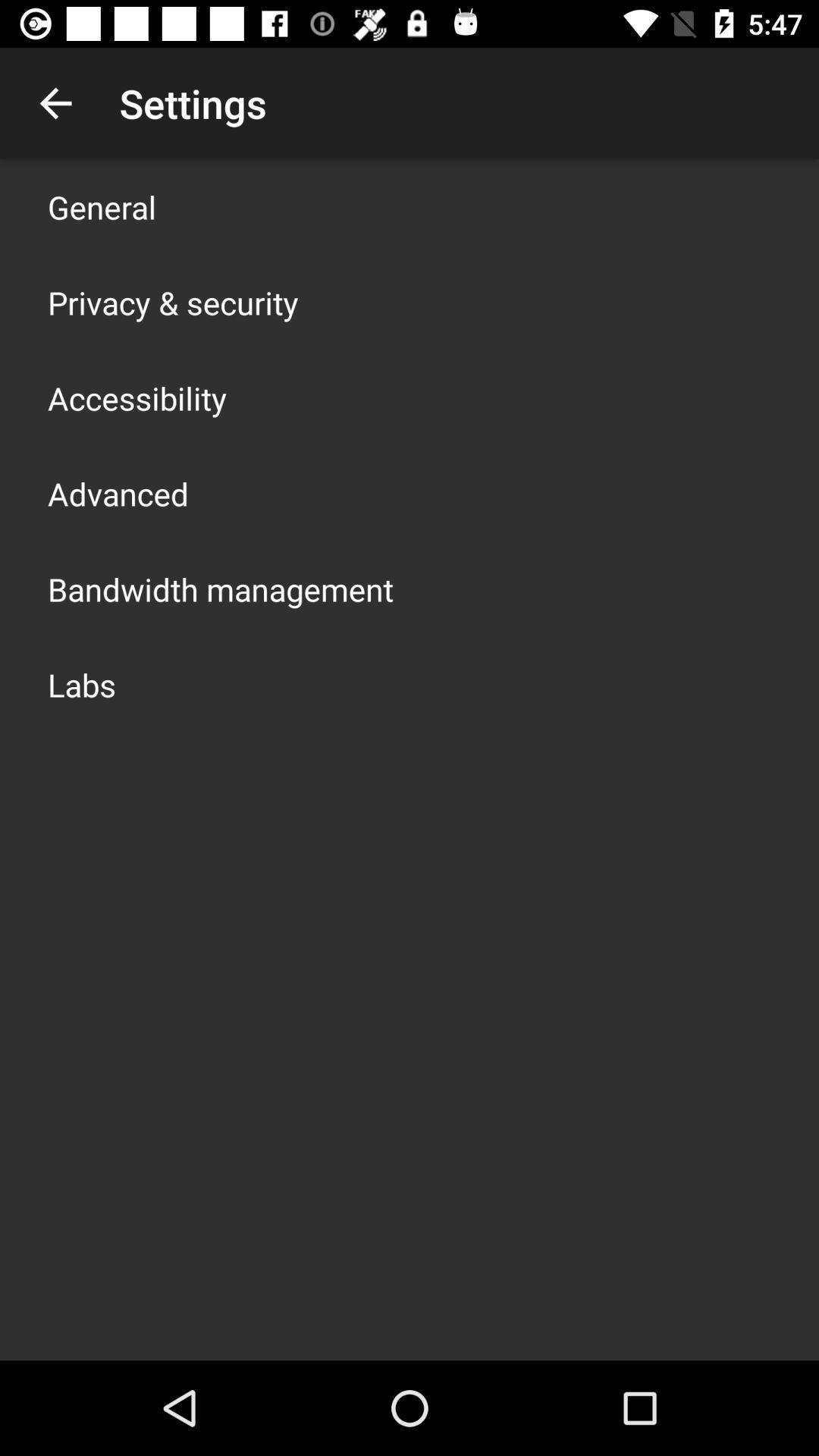 The width and height of the screenshot is (819, 1456). Describe the element at coordinates (117, 494) in the screenshot. I see `advanced app` at that location.